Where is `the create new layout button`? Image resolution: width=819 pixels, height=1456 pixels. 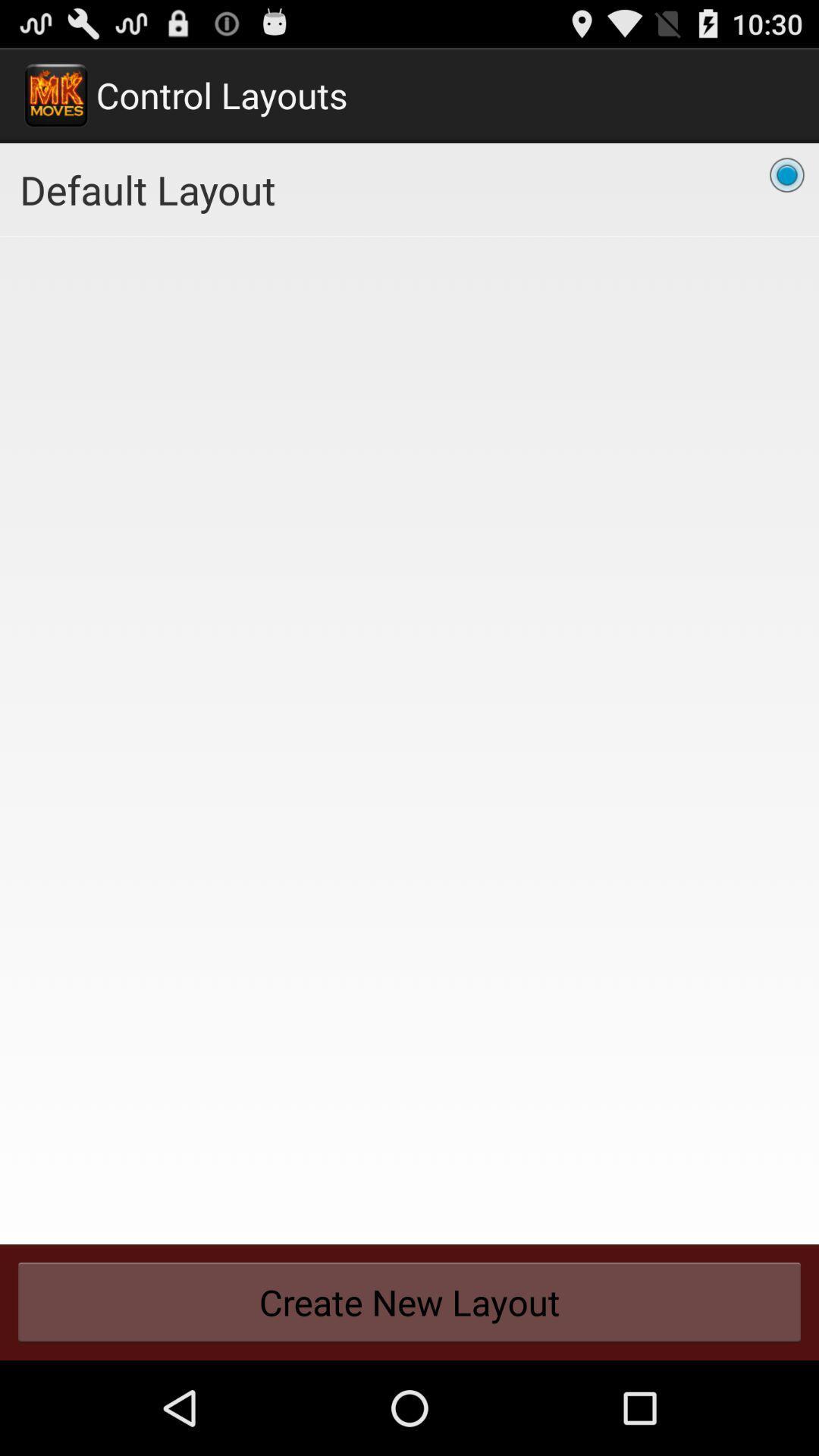 the create new layout button is located at coordinates (409, 1301).